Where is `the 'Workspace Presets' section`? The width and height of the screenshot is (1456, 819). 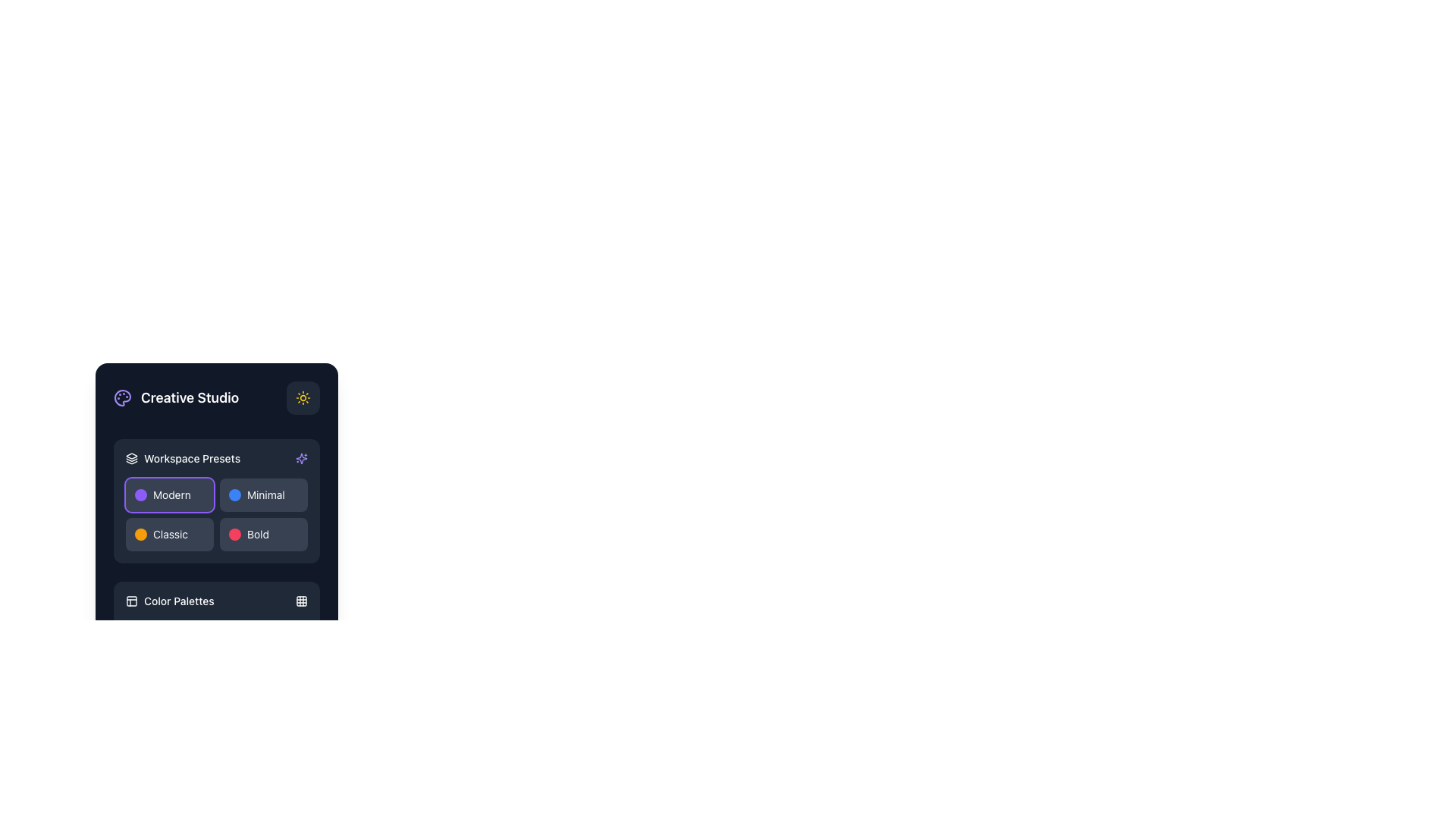 the 'Workspace Presets' section is located at coordinates (216, 500).